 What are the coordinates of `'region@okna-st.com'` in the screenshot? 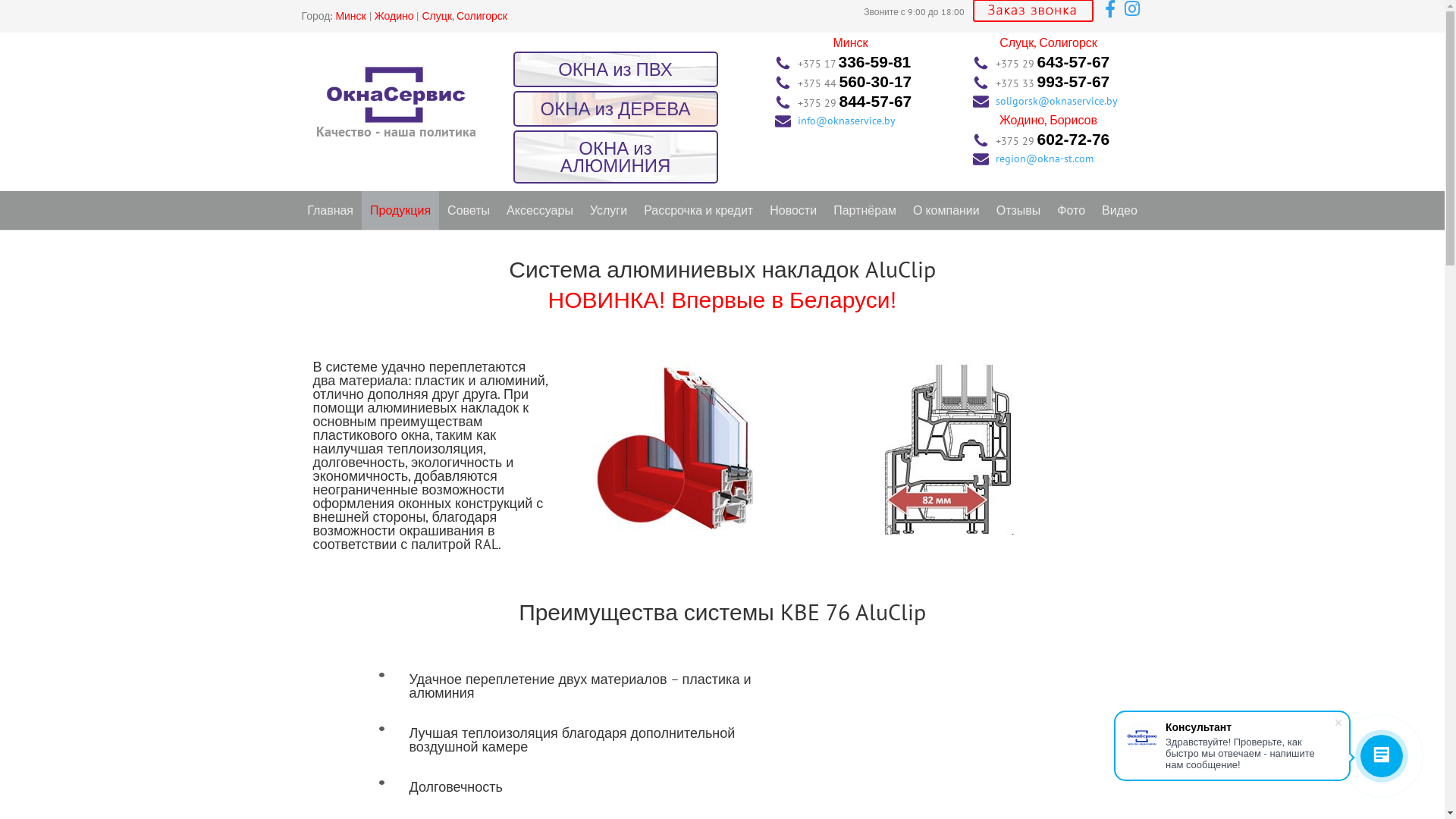 It's located at (1043, 158).